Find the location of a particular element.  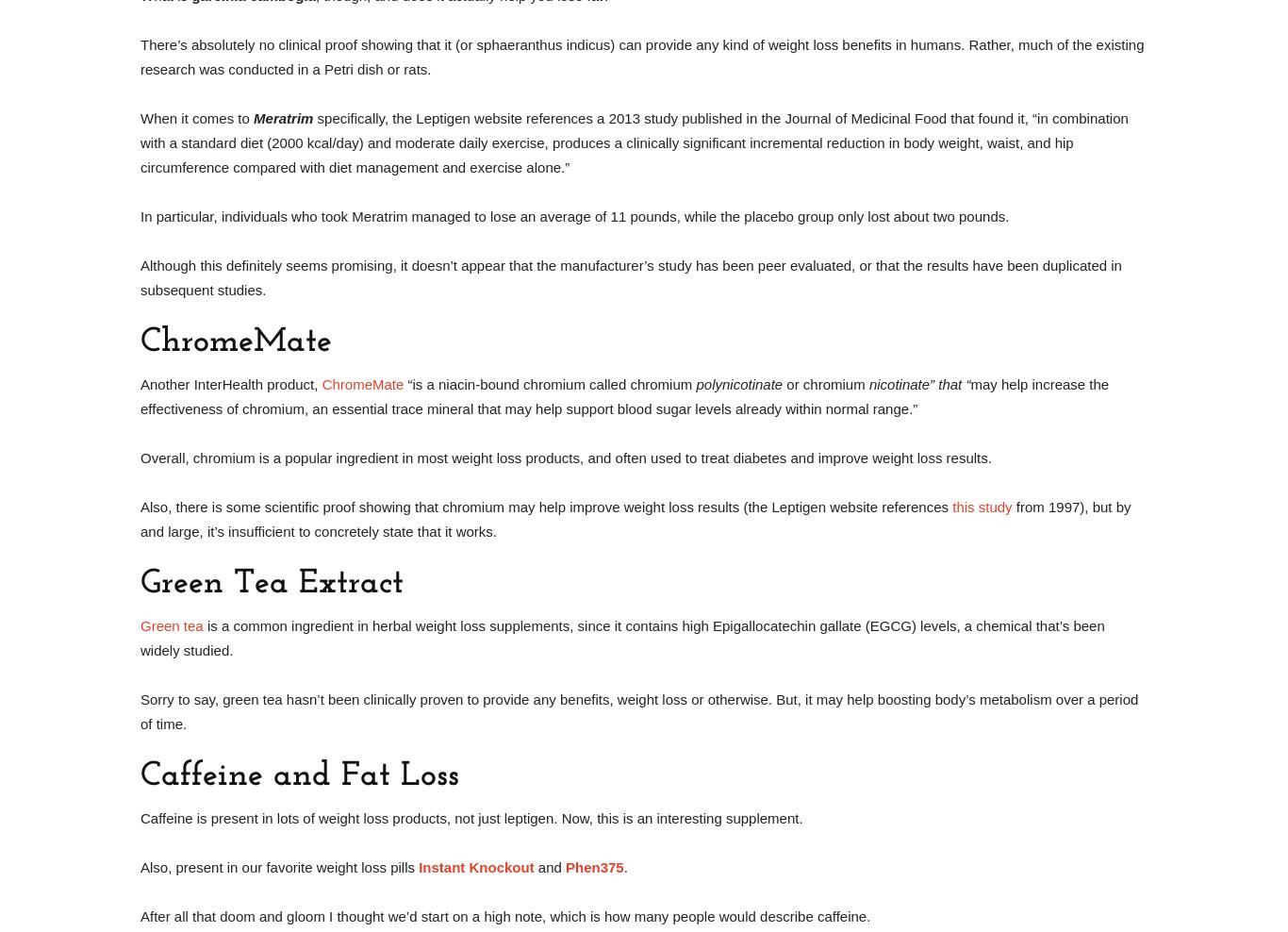

'may help increase the effectiveness of chromium, an essential trace mineral that may help support blood sugar levels already within normal range.”' is located at coordinates (623, 395).